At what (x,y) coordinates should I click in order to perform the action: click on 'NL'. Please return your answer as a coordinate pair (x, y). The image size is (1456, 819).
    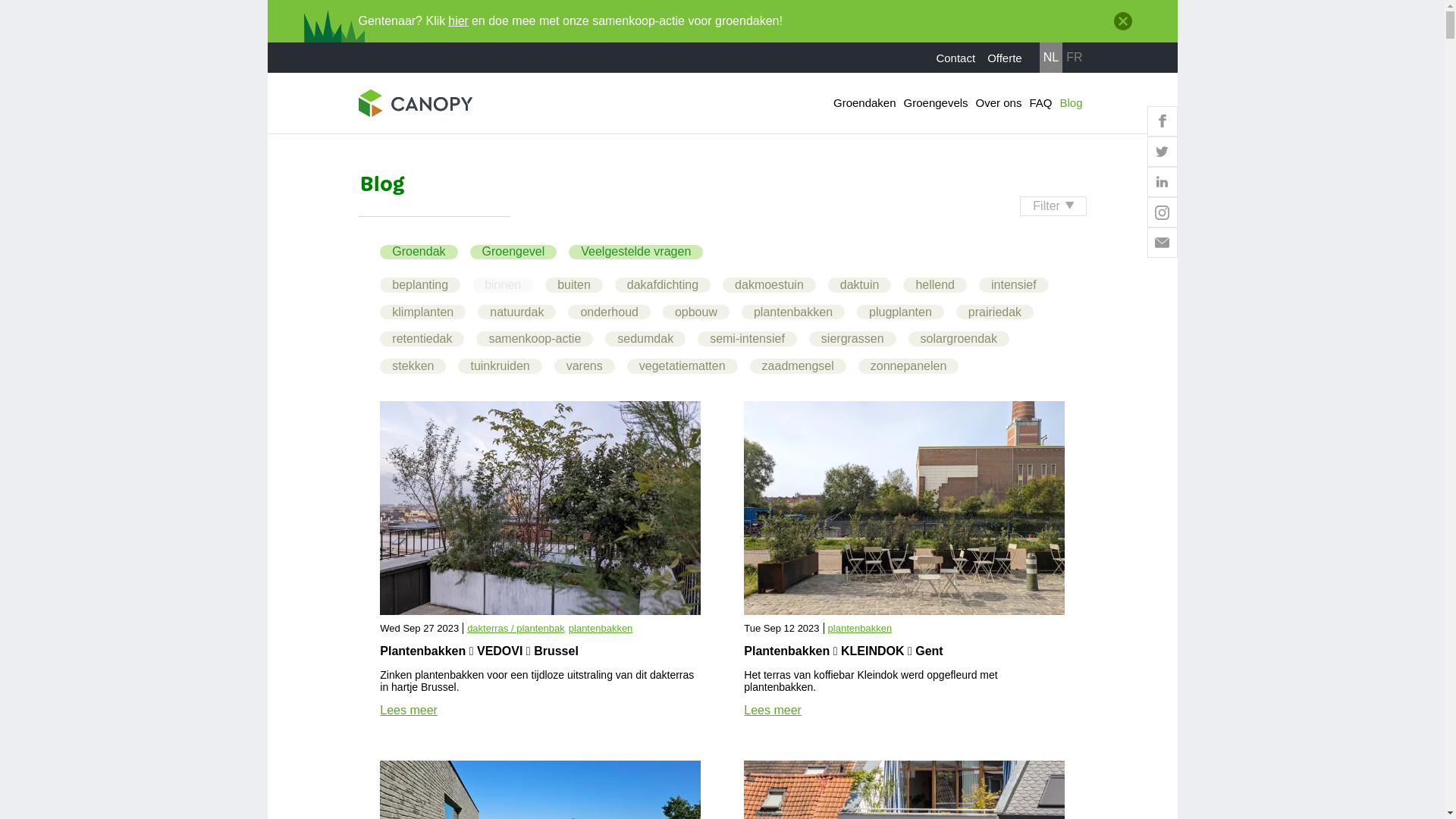
    Looking at the image, I should click on (1050, 57).